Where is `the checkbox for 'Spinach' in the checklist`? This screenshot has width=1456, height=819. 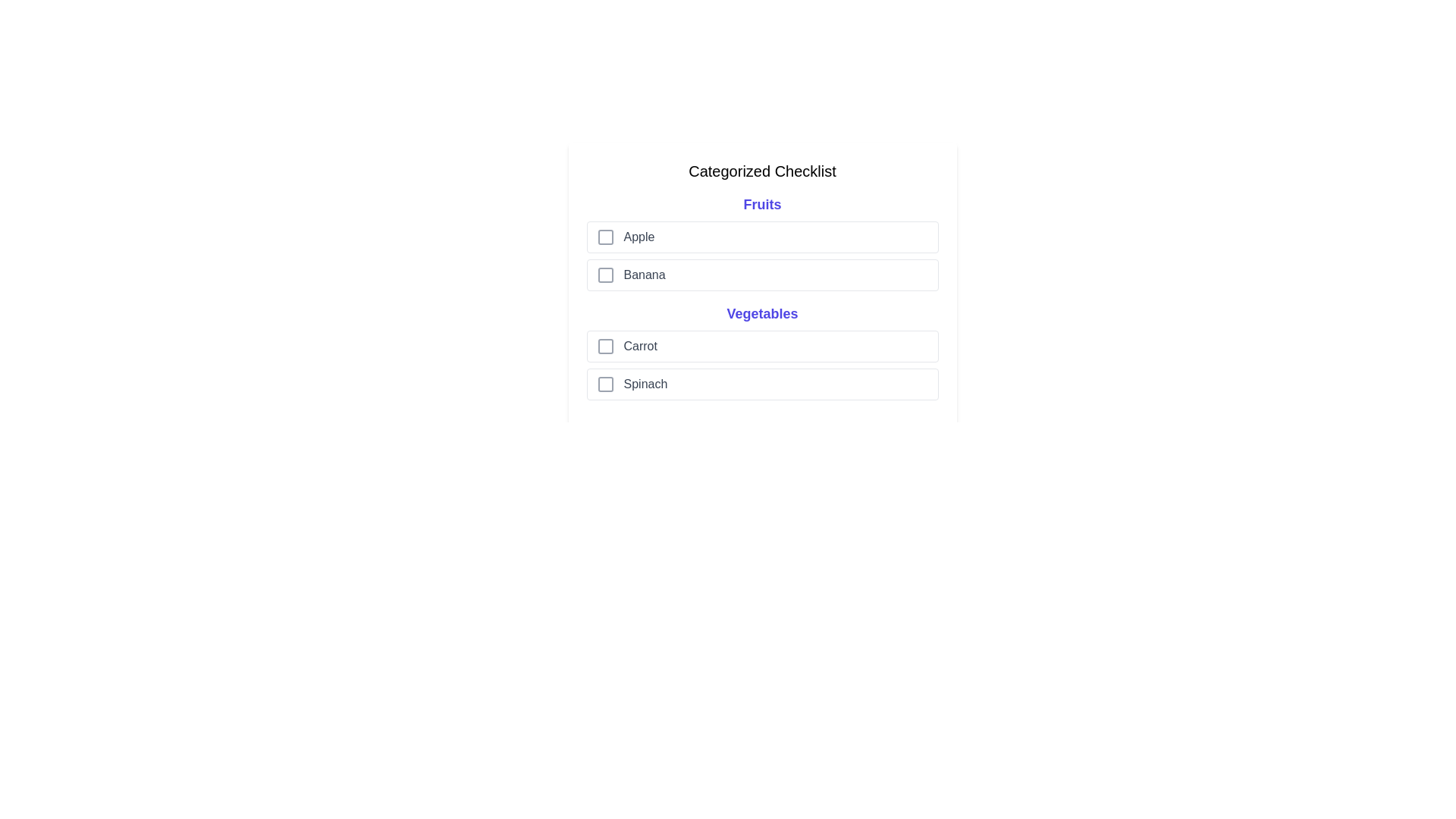
the checkbox for 'Spinach' in the checklist is located at coordinates (604, 383).